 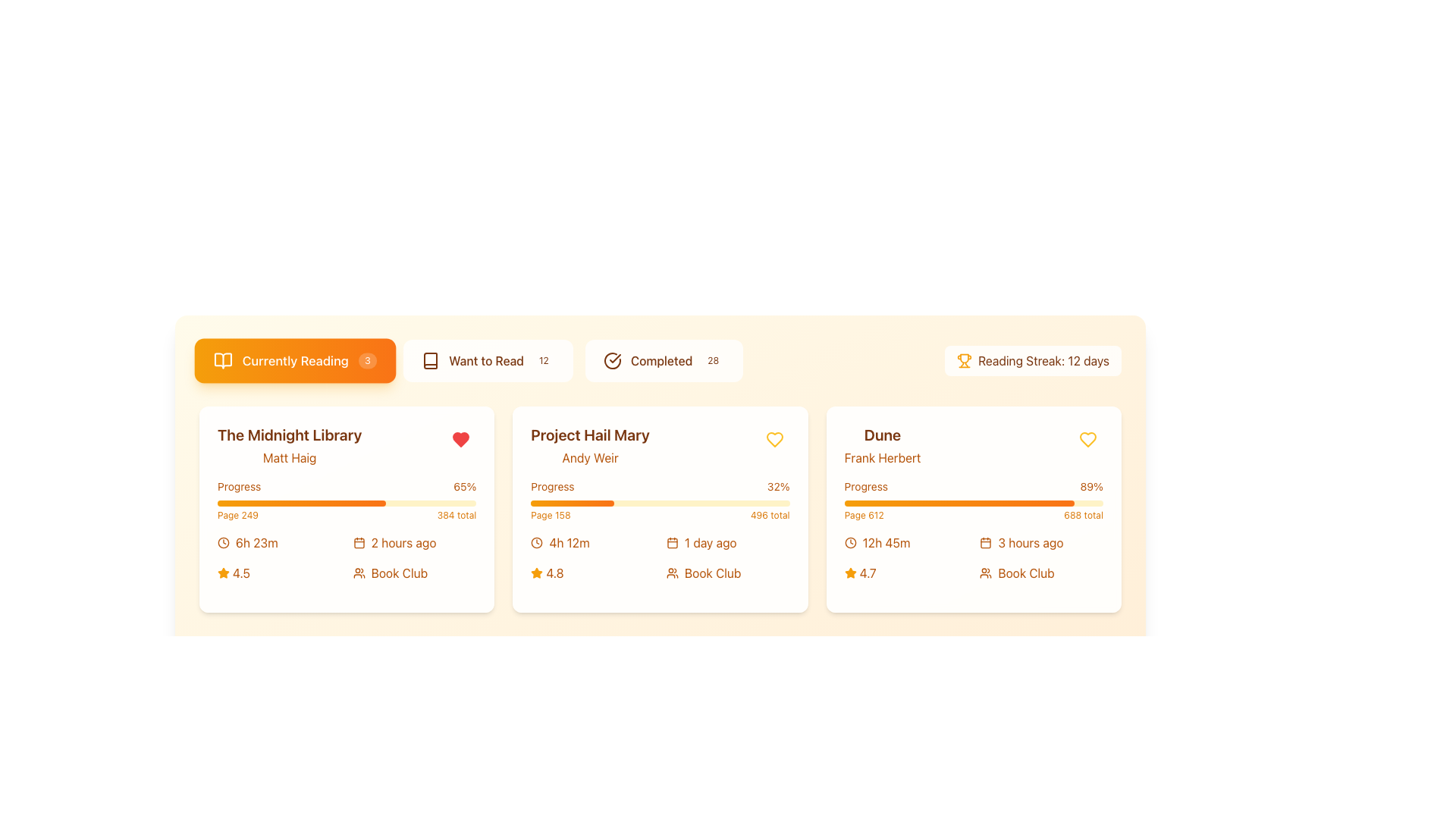 What do you see at coordinates (882, 435) in the screenshot?
I see `the text label 'Dune' which is styled in bold and amber color, located at the top of its card layout` at bounding box center [882, 435].